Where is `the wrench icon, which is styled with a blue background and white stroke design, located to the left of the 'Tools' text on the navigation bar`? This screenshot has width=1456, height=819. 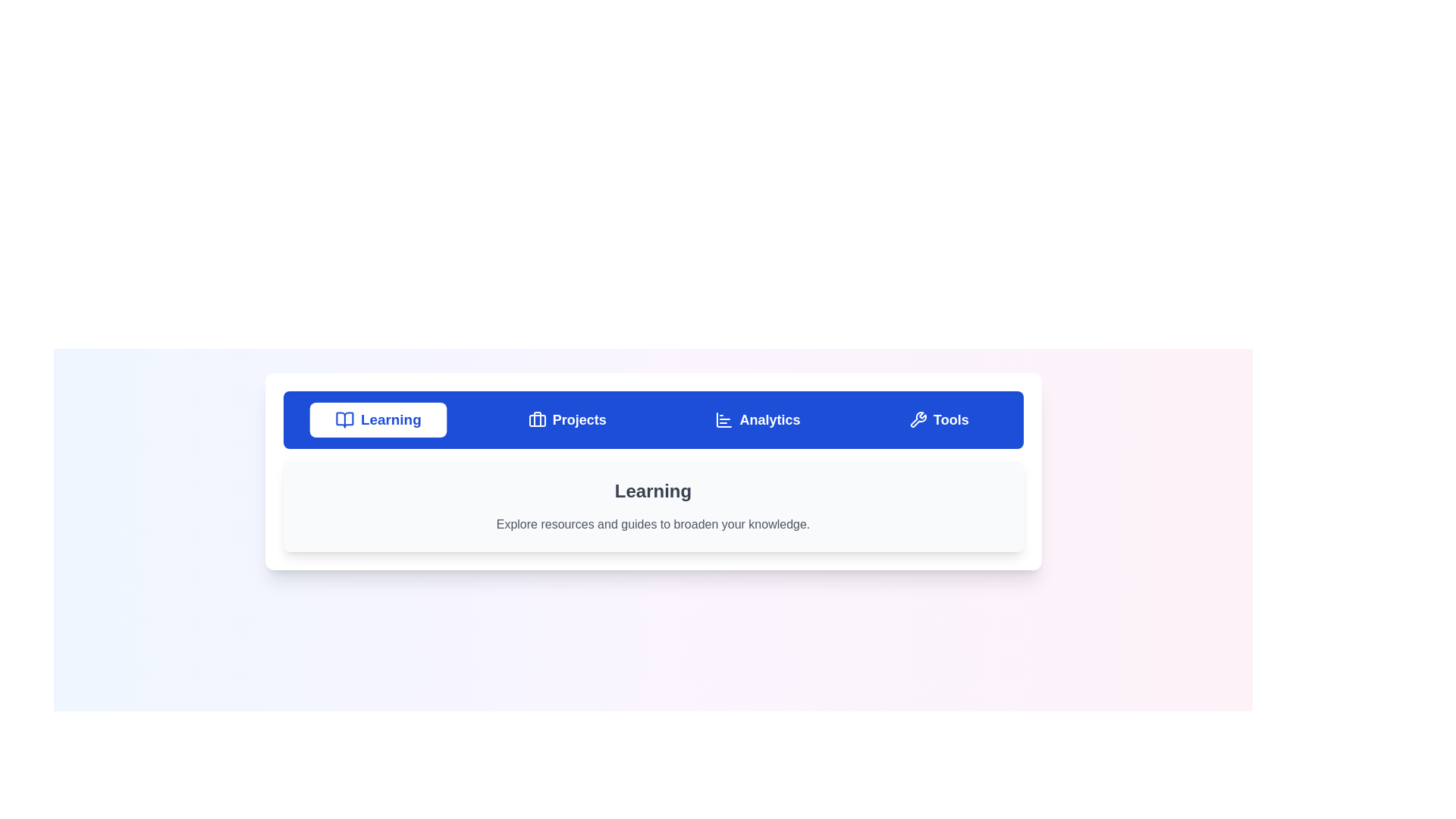
the wrench icon, which is styled with a blue background and white stroke design, located to the left of the 'Tools' text on the navigation bar is located at coordinates (917, 420).